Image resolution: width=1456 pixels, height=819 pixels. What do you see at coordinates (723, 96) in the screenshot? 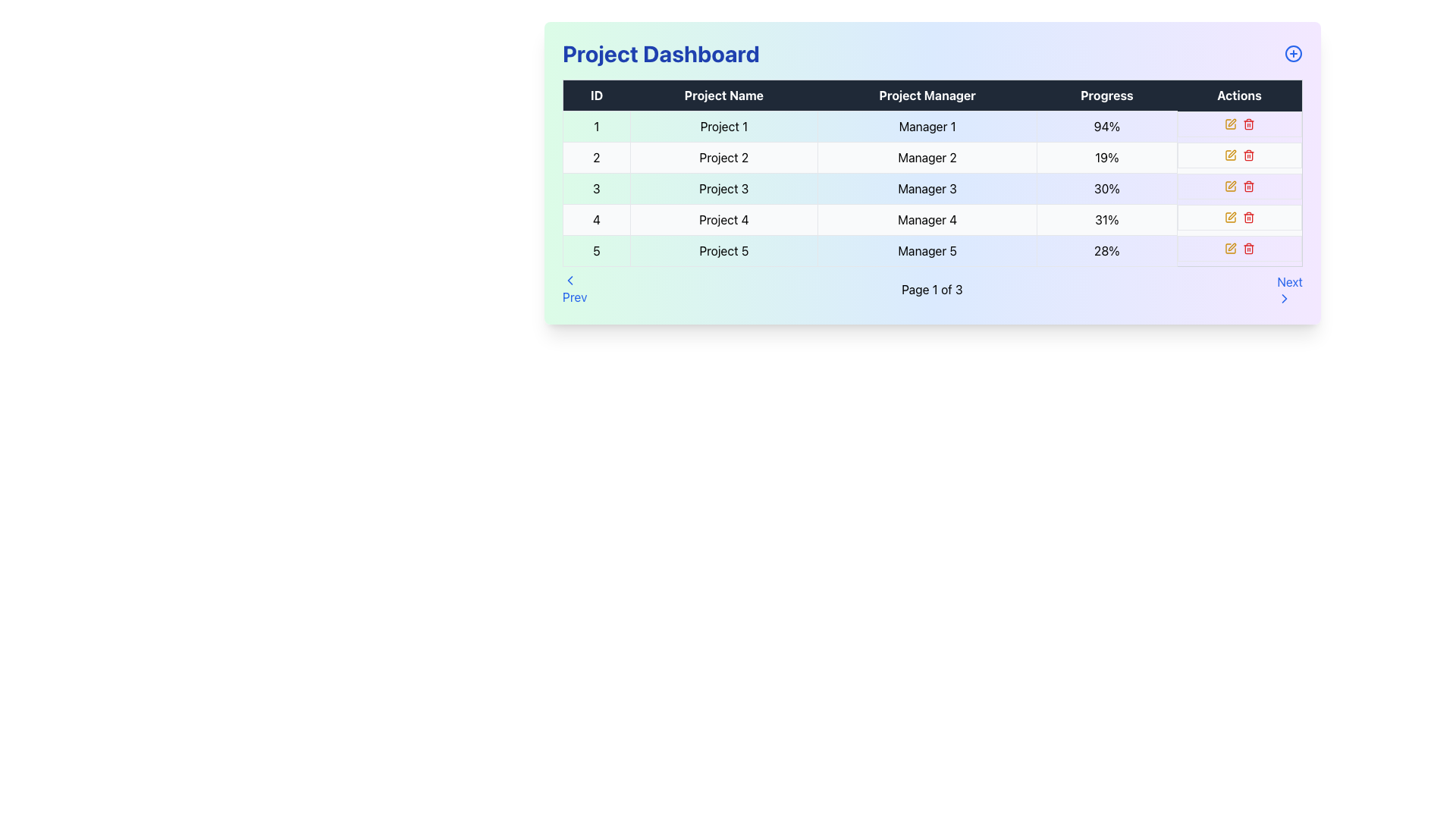
I see `the 'Project Name' header text in the Project Dashboard table, which is the second header column between 'ID' and 'Project Manager'` at bounding box center [723, 96].